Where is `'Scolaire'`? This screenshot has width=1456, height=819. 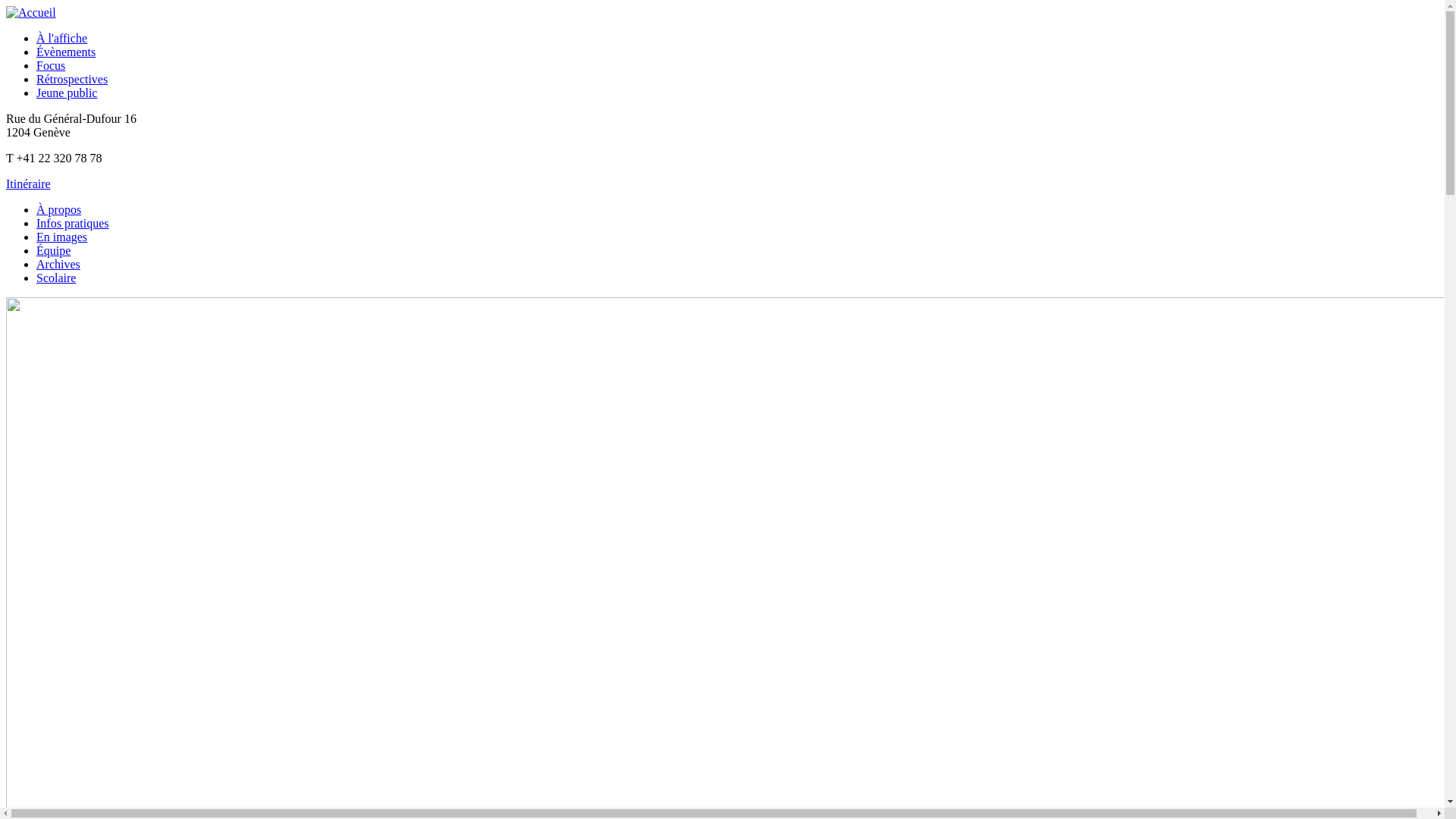 'Scolaire' is located at coordinates (55, 278).